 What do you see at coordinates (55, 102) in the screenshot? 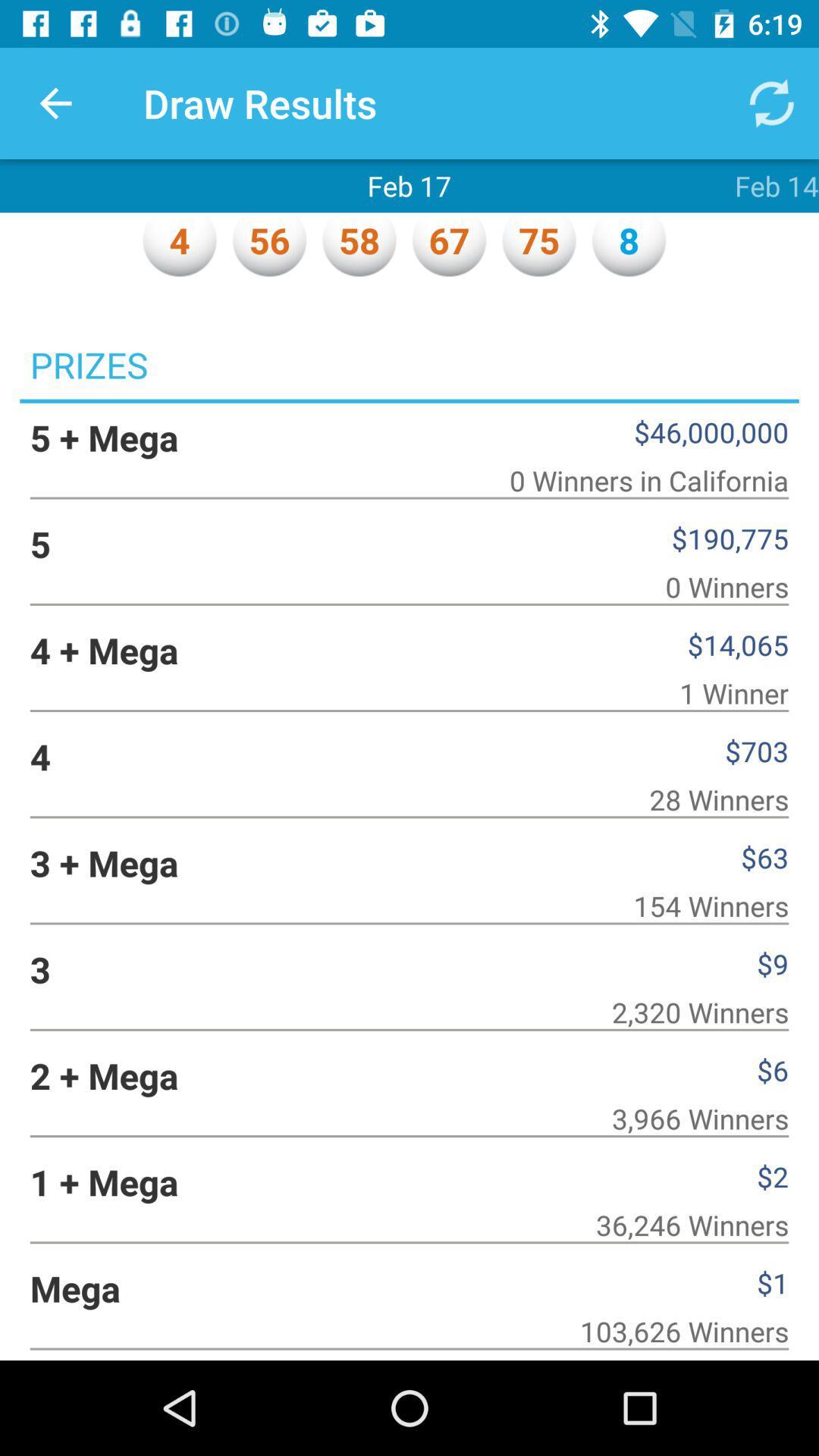
I see `item above prizes icon` at bounding box center [55, 102].